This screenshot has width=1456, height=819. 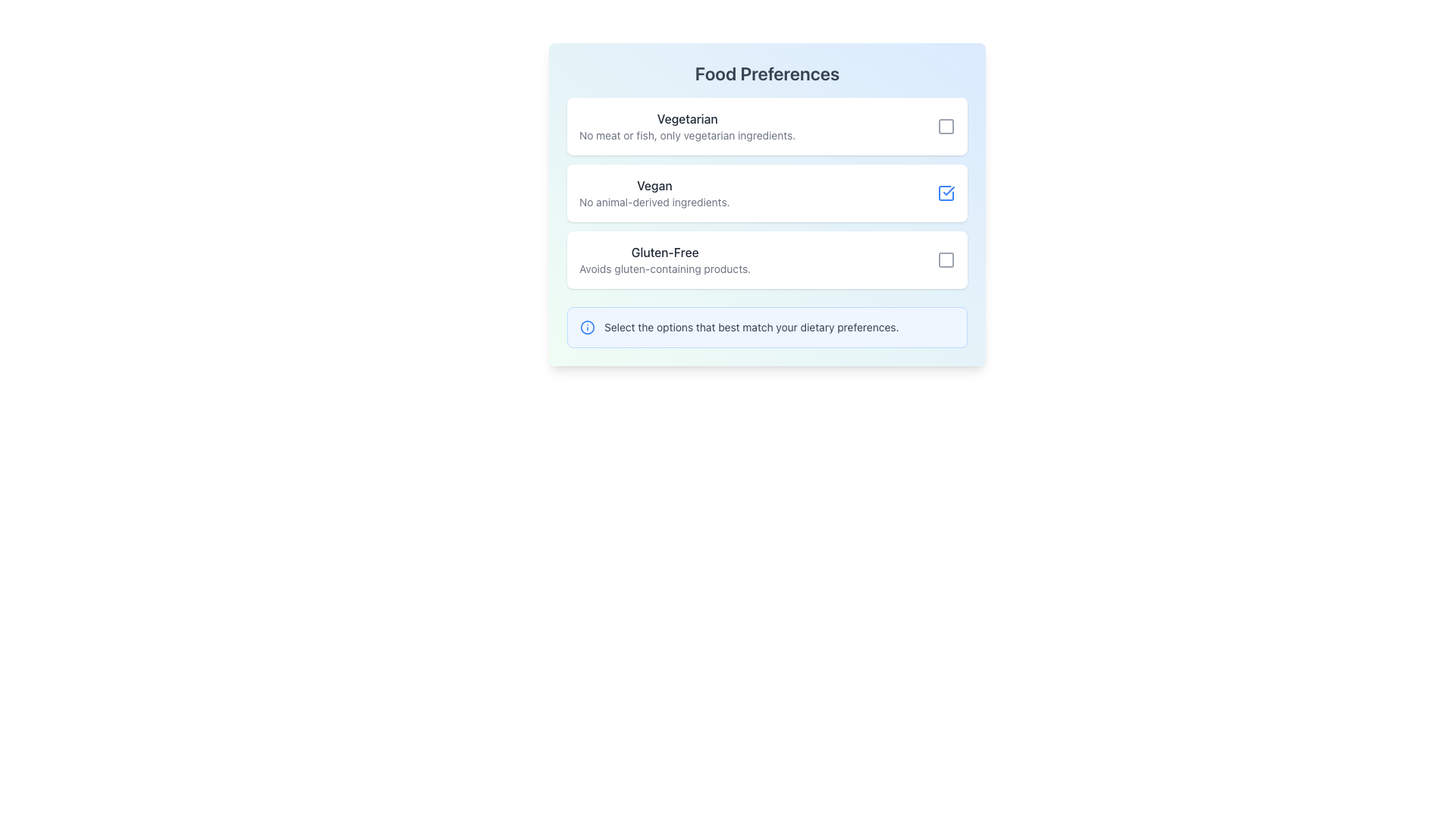 I want to click on the vector graphic circle component of the informational icon located at the left side of the blue text box containing instructional content, so click(x=586, y=327).